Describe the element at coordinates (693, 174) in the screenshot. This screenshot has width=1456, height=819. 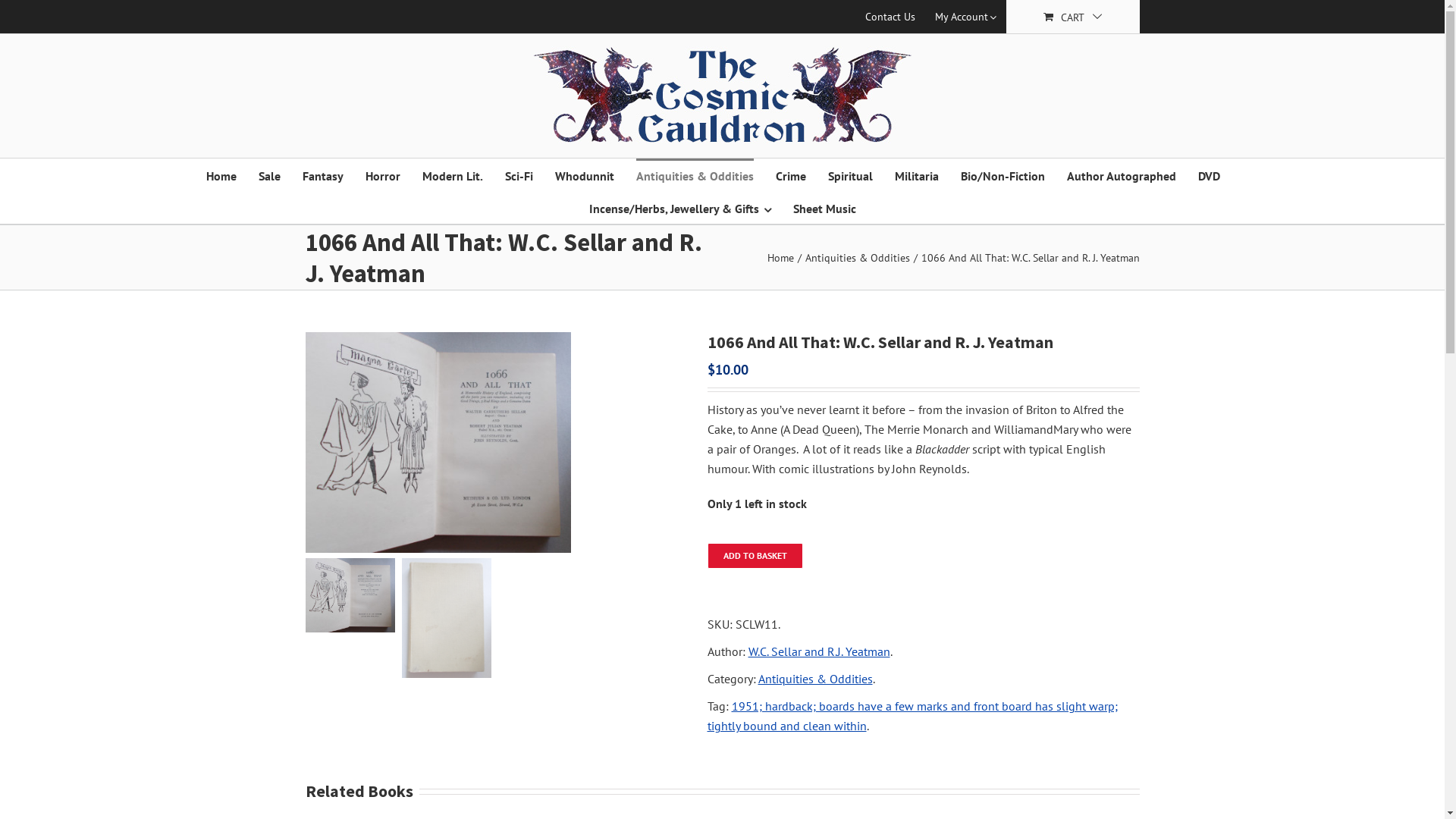
I see `'Antiquities & Oddities'` at that location.